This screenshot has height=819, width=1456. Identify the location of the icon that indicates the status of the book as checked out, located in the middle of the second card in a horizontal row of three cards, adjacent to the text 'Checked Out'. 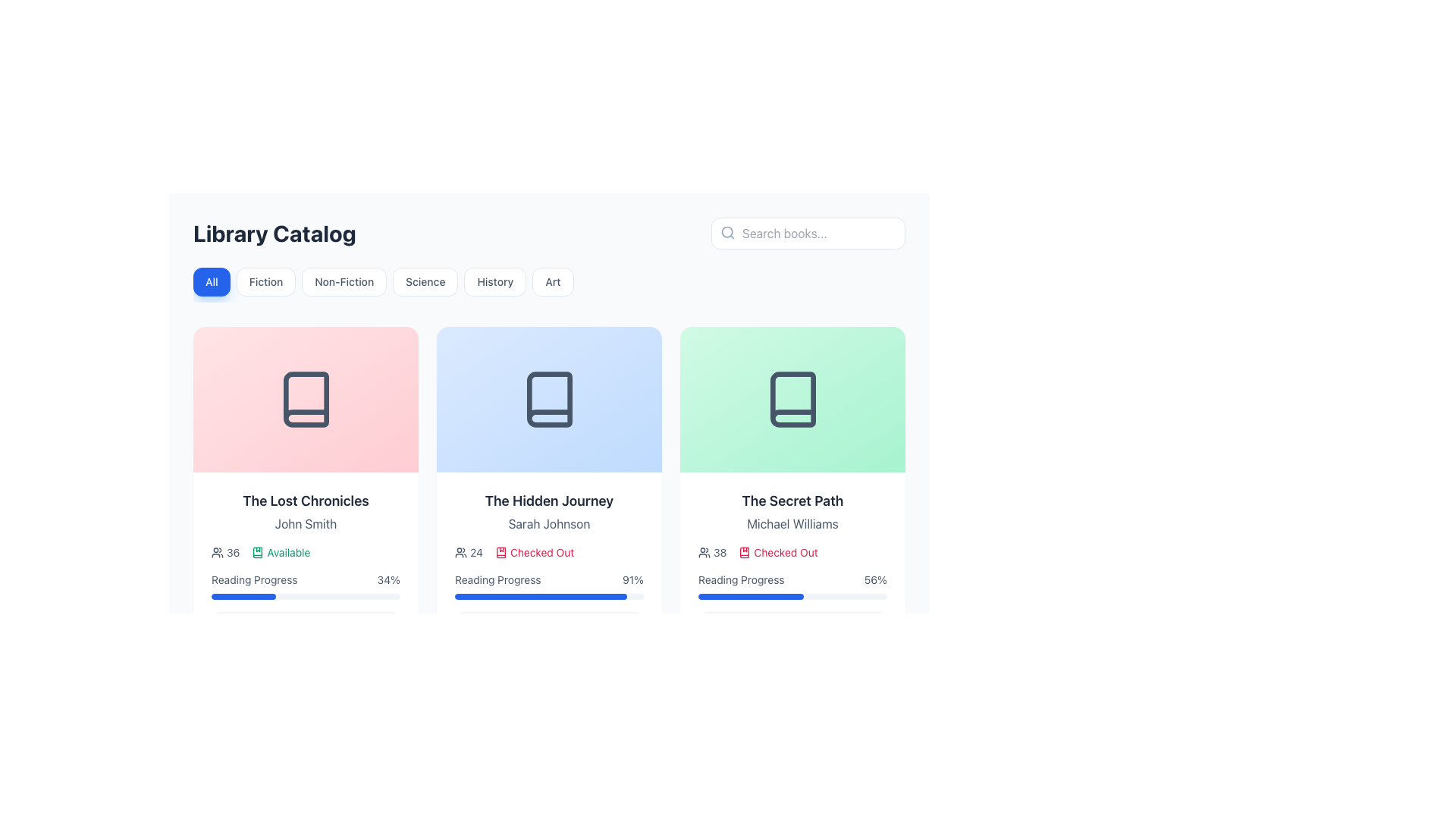
(500, 553).